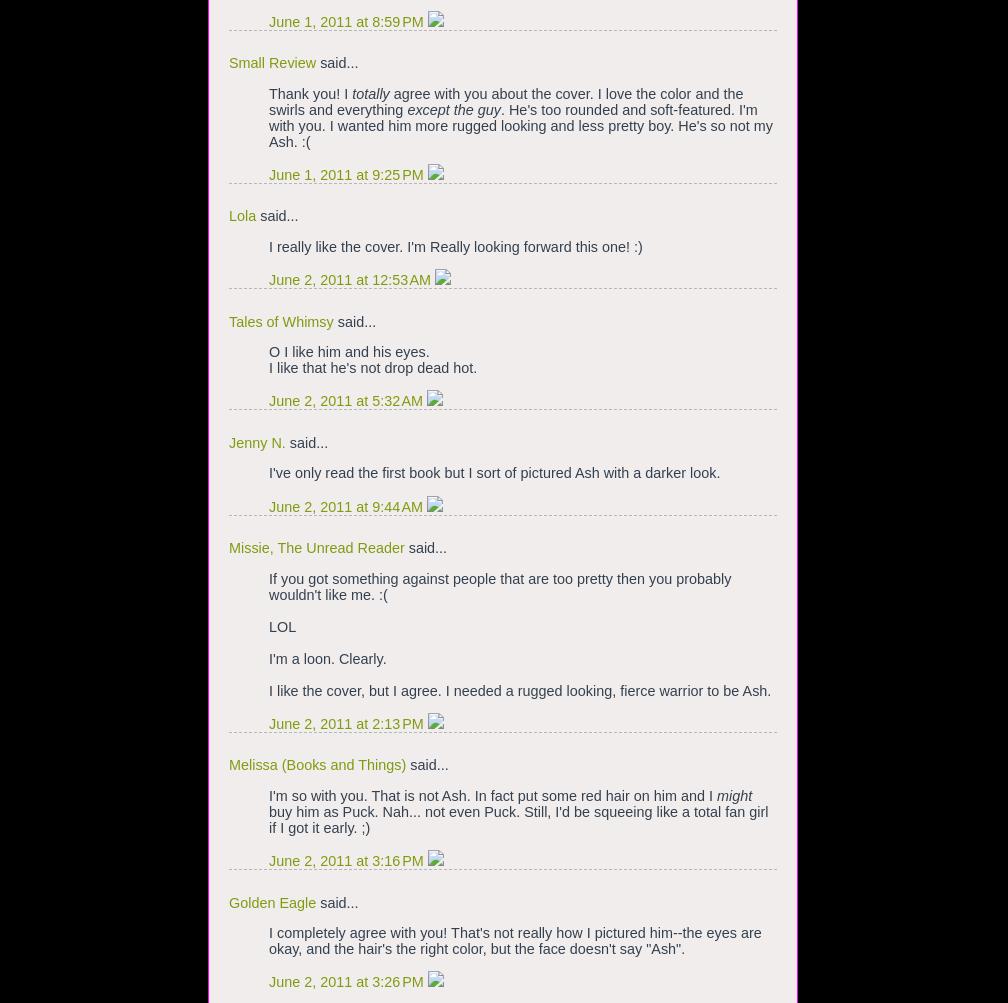 The image size is (1008, 1003). What do you see at coordinates (347, 20) in the screenshot?
I see `'June 1, 2011 at 8:59 PM'` at bounding box center [347, 20].